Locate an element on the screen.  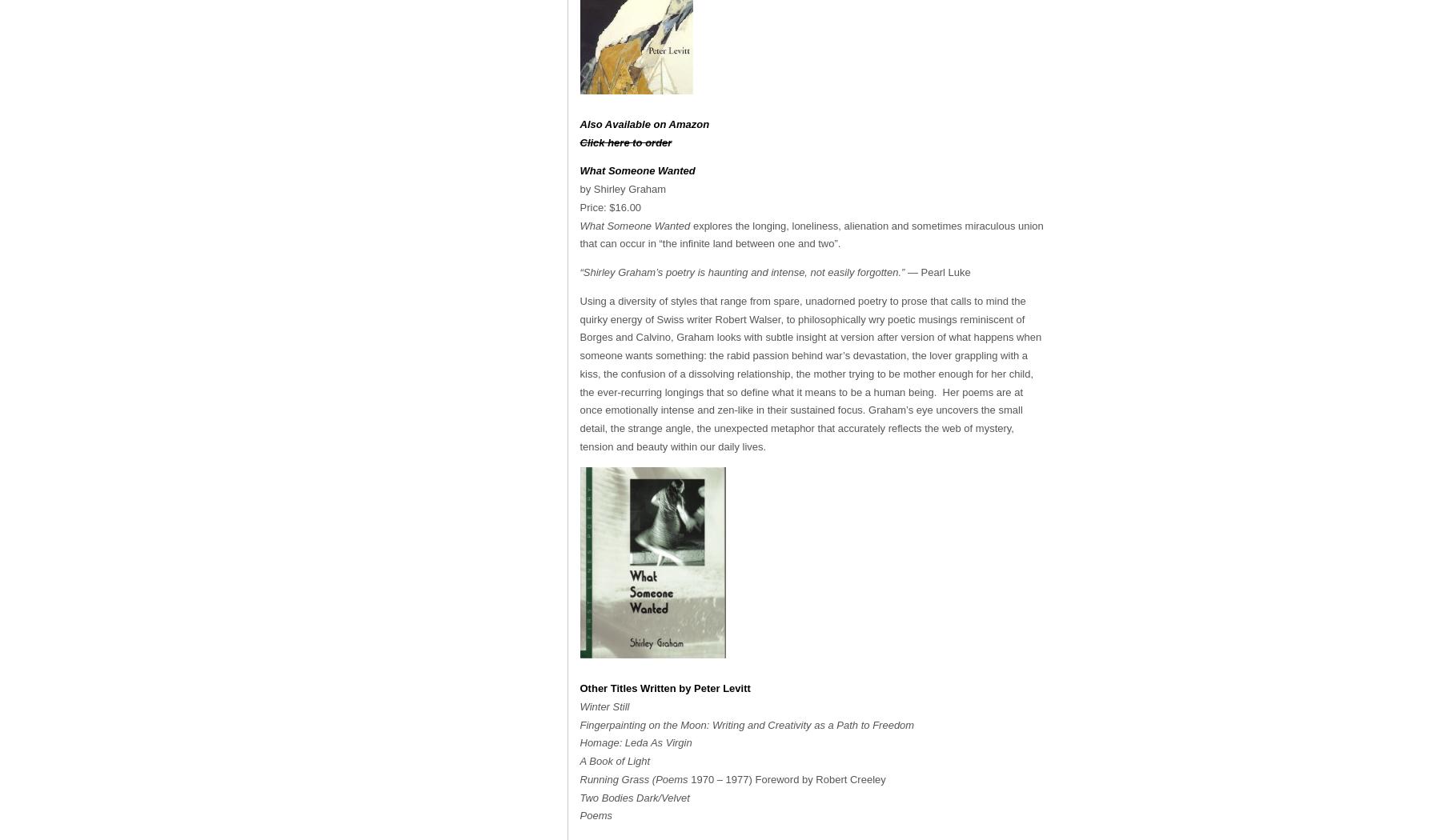
'Poems' is located at coordinates (595, 814).